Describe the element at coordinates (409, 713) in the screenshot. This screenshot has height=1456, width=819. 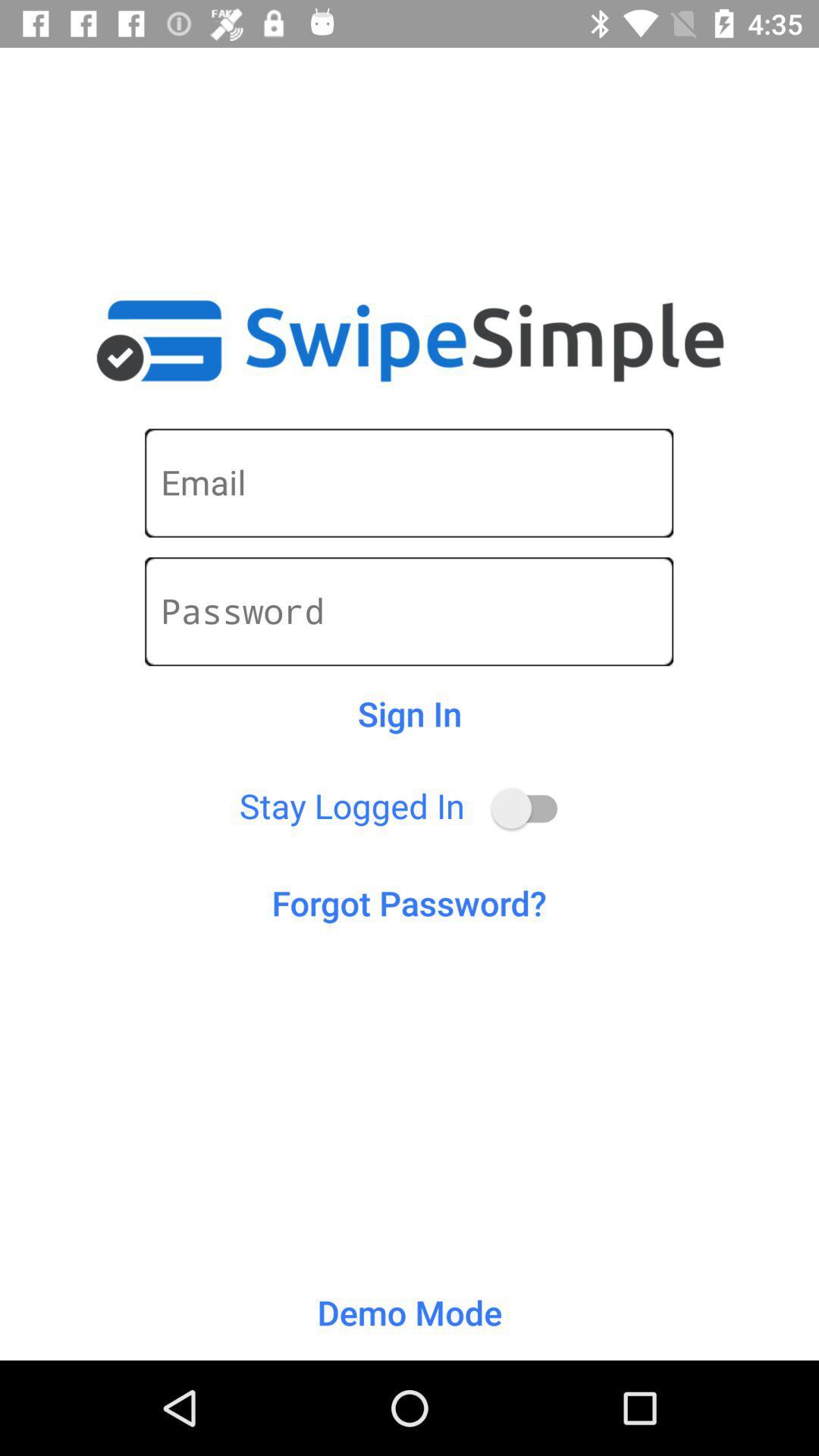
I see `the sign in` at that location.